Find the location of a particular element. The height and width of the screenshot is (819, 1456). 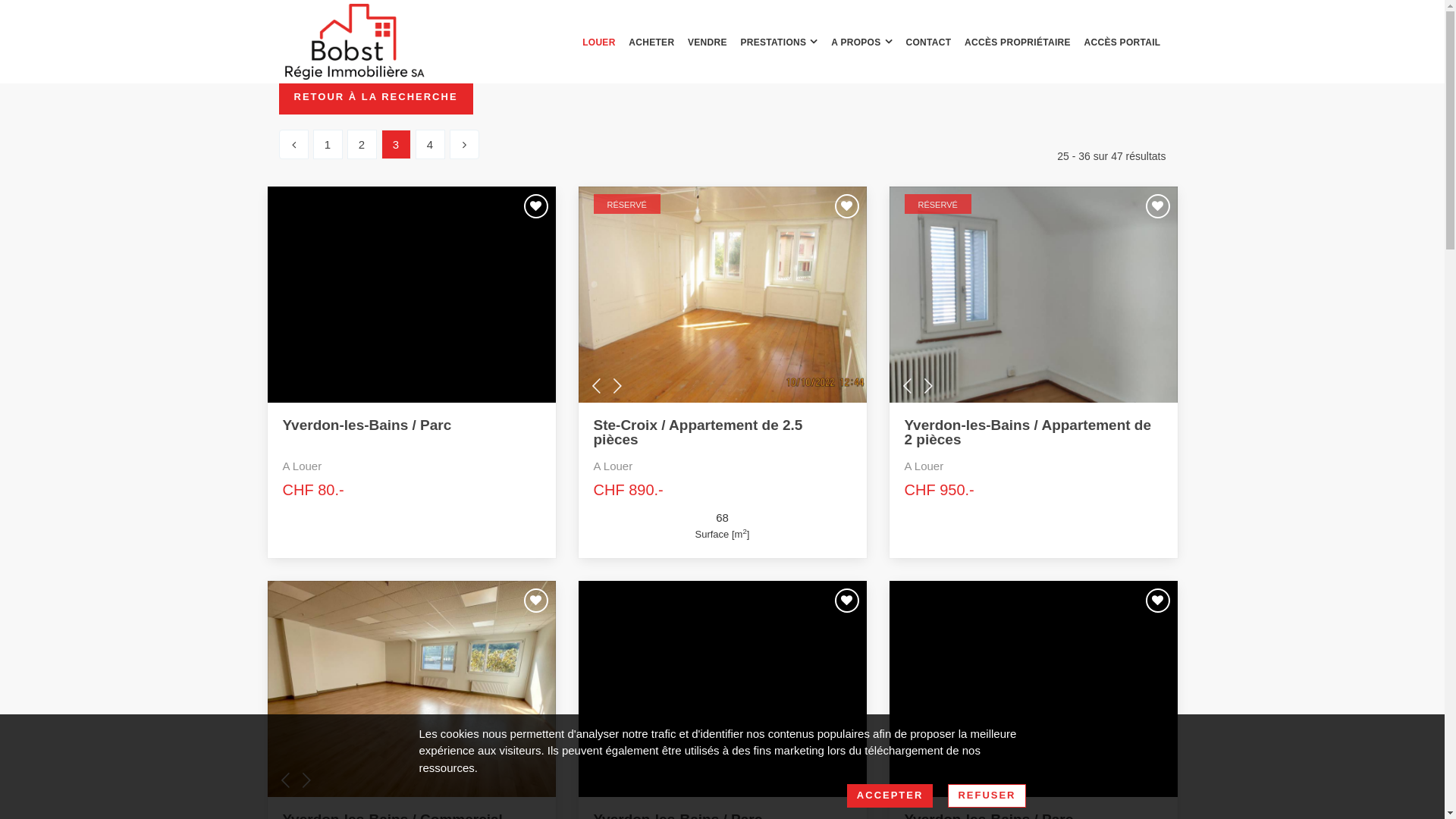

'ACCEPTER' is located at coordinates (890, 795).